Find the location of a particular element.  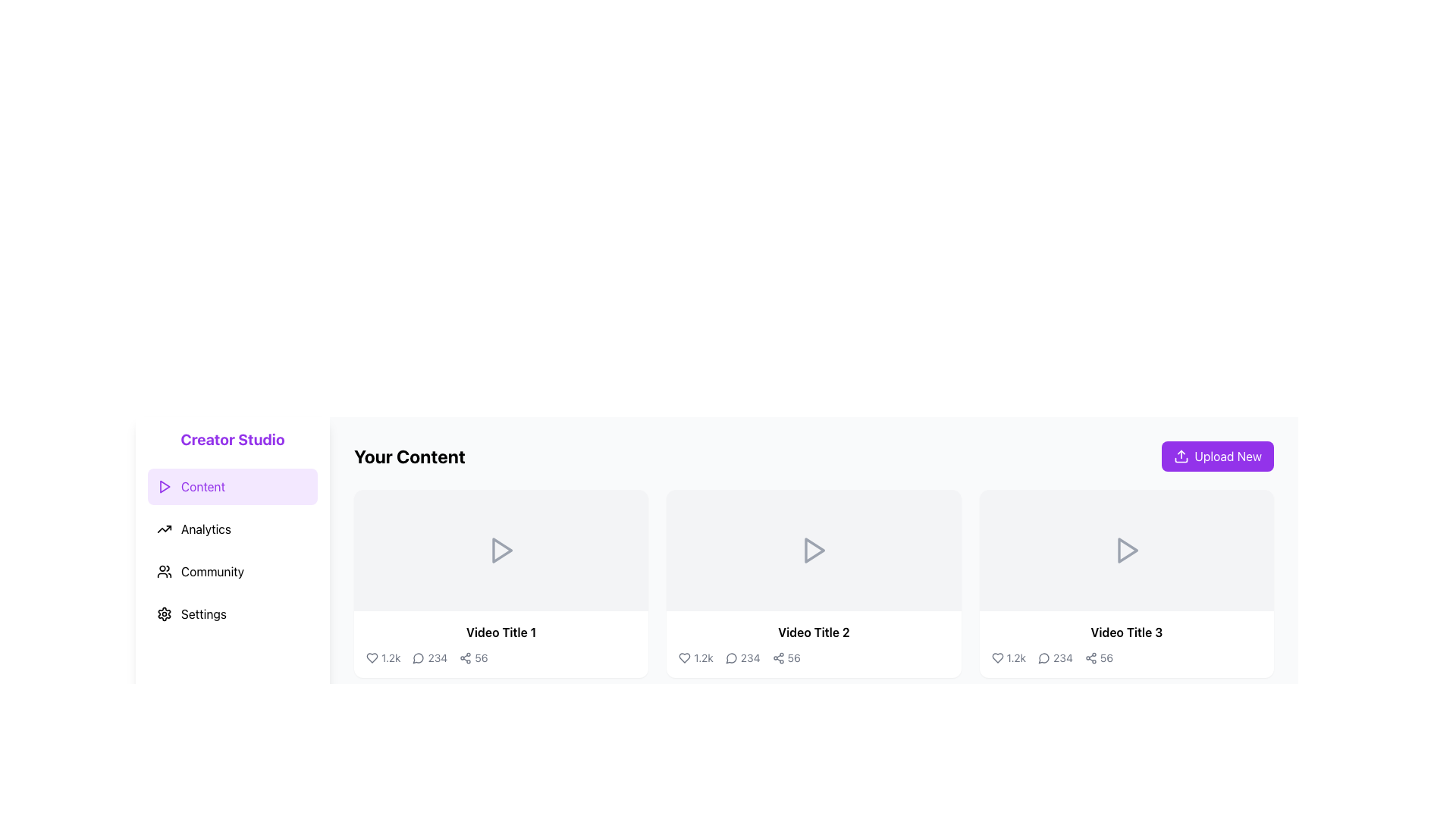

the first interactive video card is located at coordinates (501, 583).